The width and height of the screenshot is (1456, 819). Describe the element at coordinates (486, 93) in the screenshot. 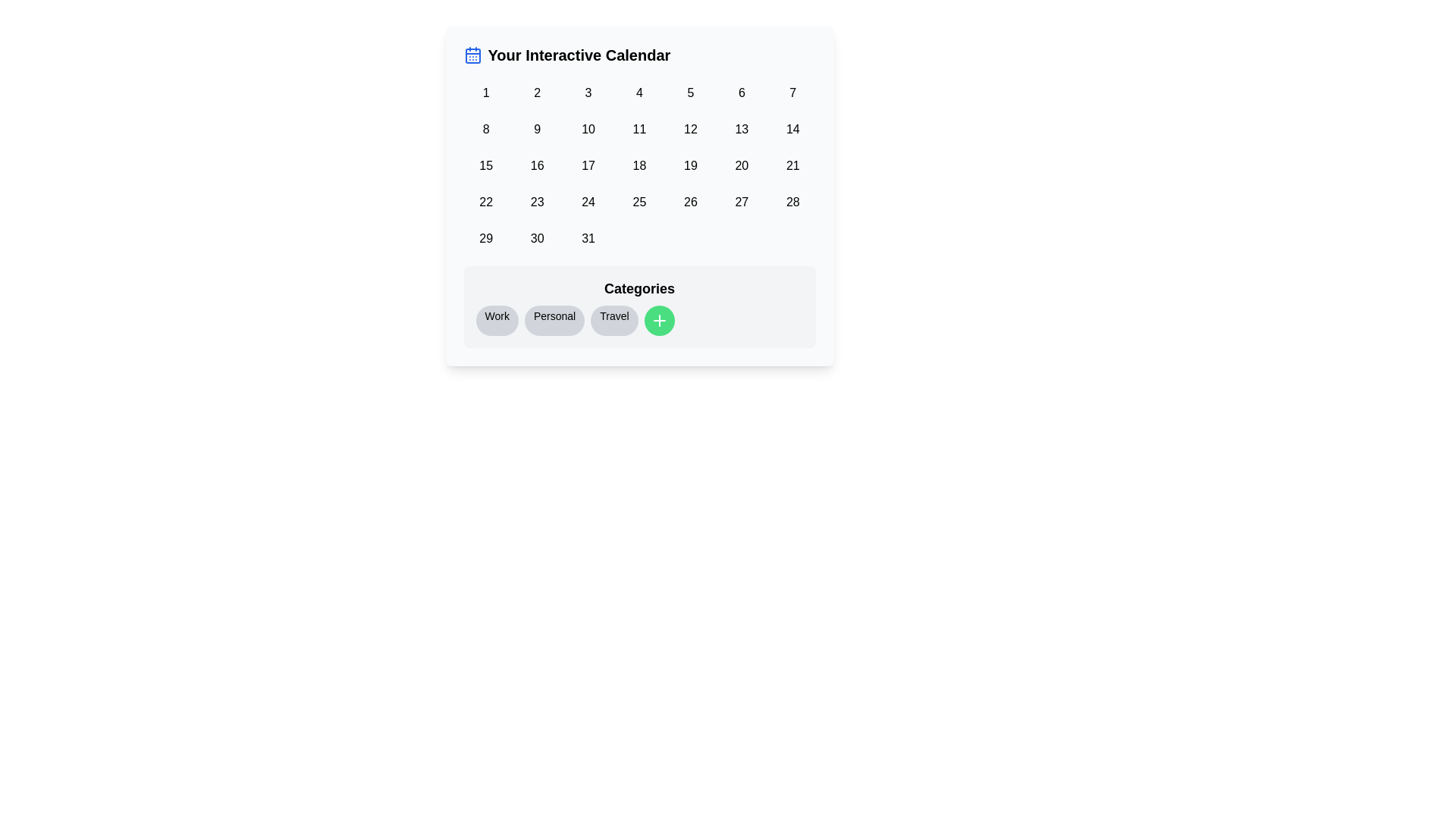

I see `the button representing the first day of the month in the calendar` at that location.